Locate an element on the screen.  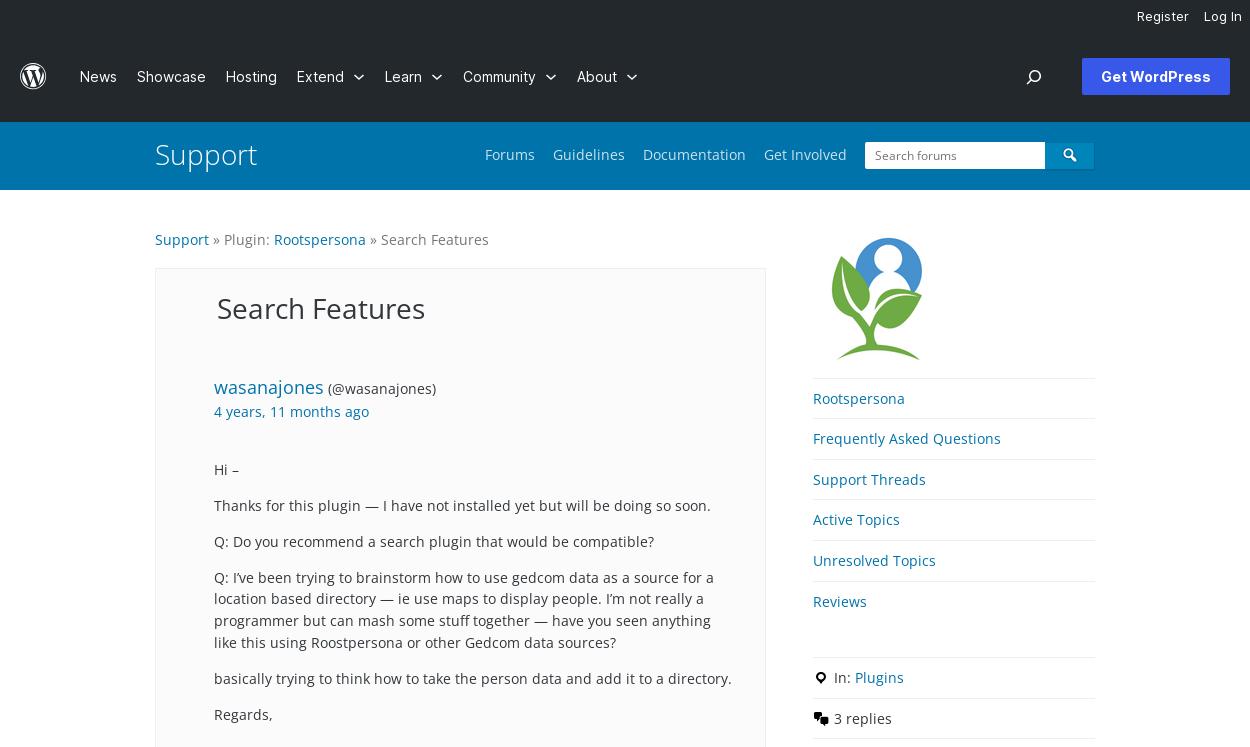
'Get Involved' is located at coordinates (805, 153).